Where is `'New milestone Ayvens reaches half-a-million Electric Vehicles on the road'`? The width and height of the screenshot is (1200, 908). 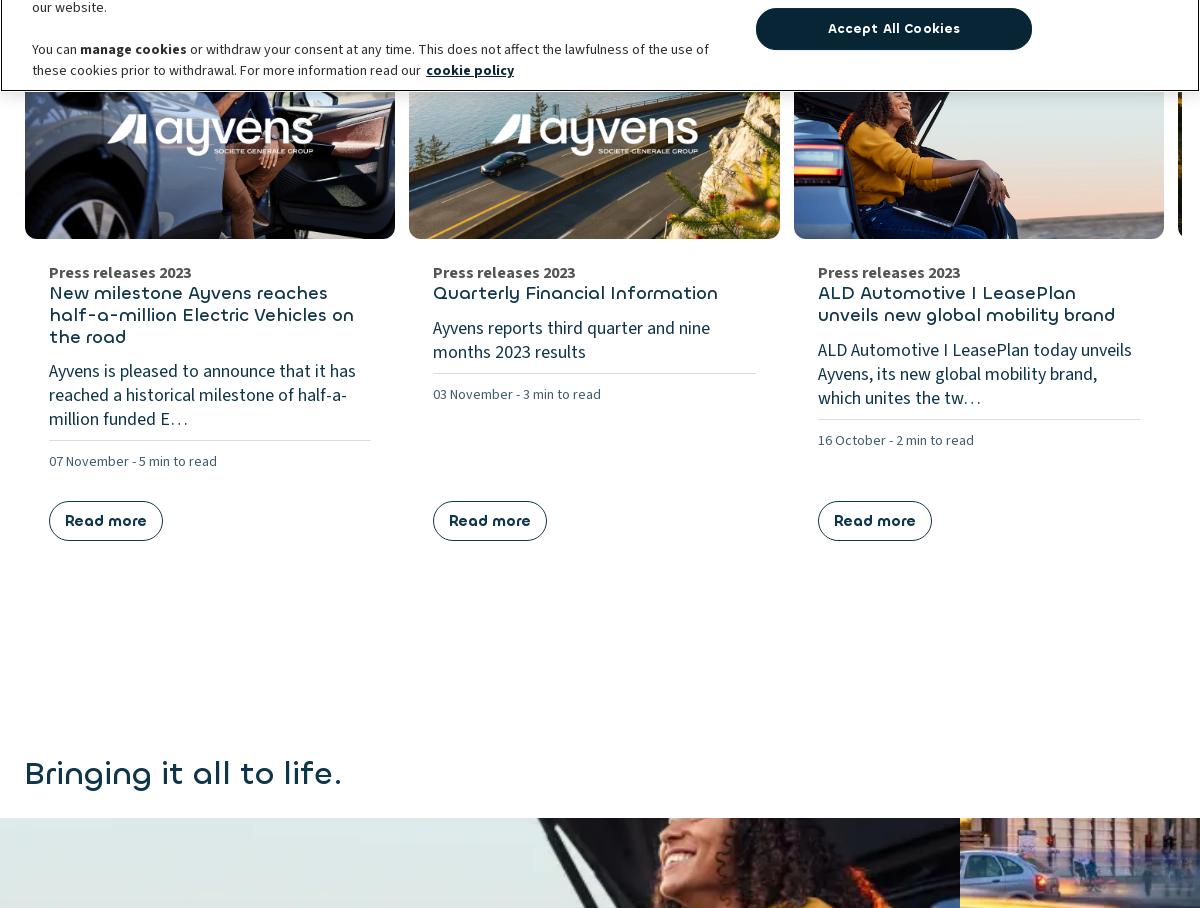
'New milestone Ayvens reaches half-a-million Electric Vehicles on the road' is located at coordinates (200, 313).